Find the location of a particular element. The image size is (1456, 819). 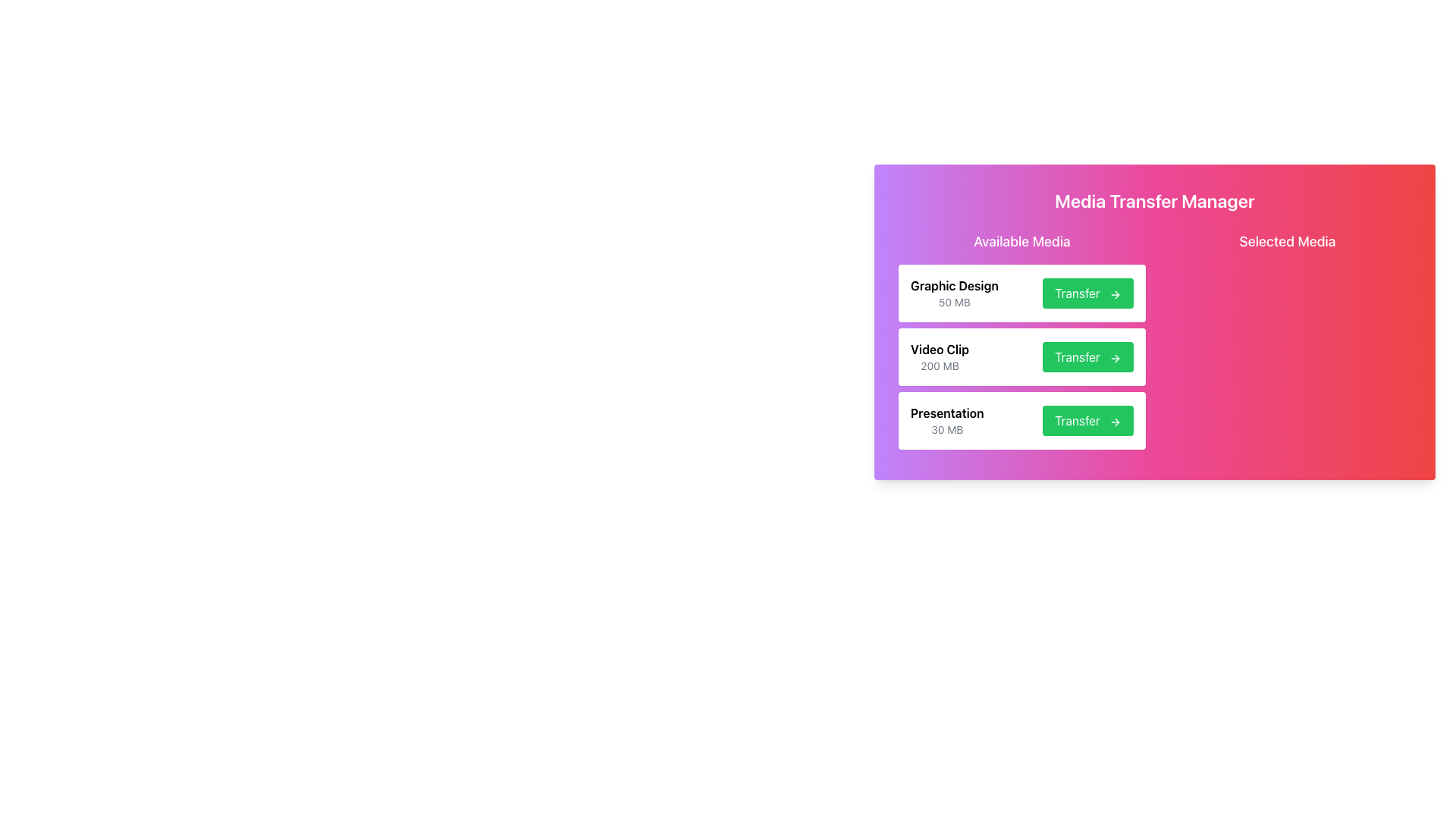

the forward arrow icon within the green 'Transfer' button of the first media item under the 'Available Media' section to initiate a transfer is located at coordinates (1115, 294).